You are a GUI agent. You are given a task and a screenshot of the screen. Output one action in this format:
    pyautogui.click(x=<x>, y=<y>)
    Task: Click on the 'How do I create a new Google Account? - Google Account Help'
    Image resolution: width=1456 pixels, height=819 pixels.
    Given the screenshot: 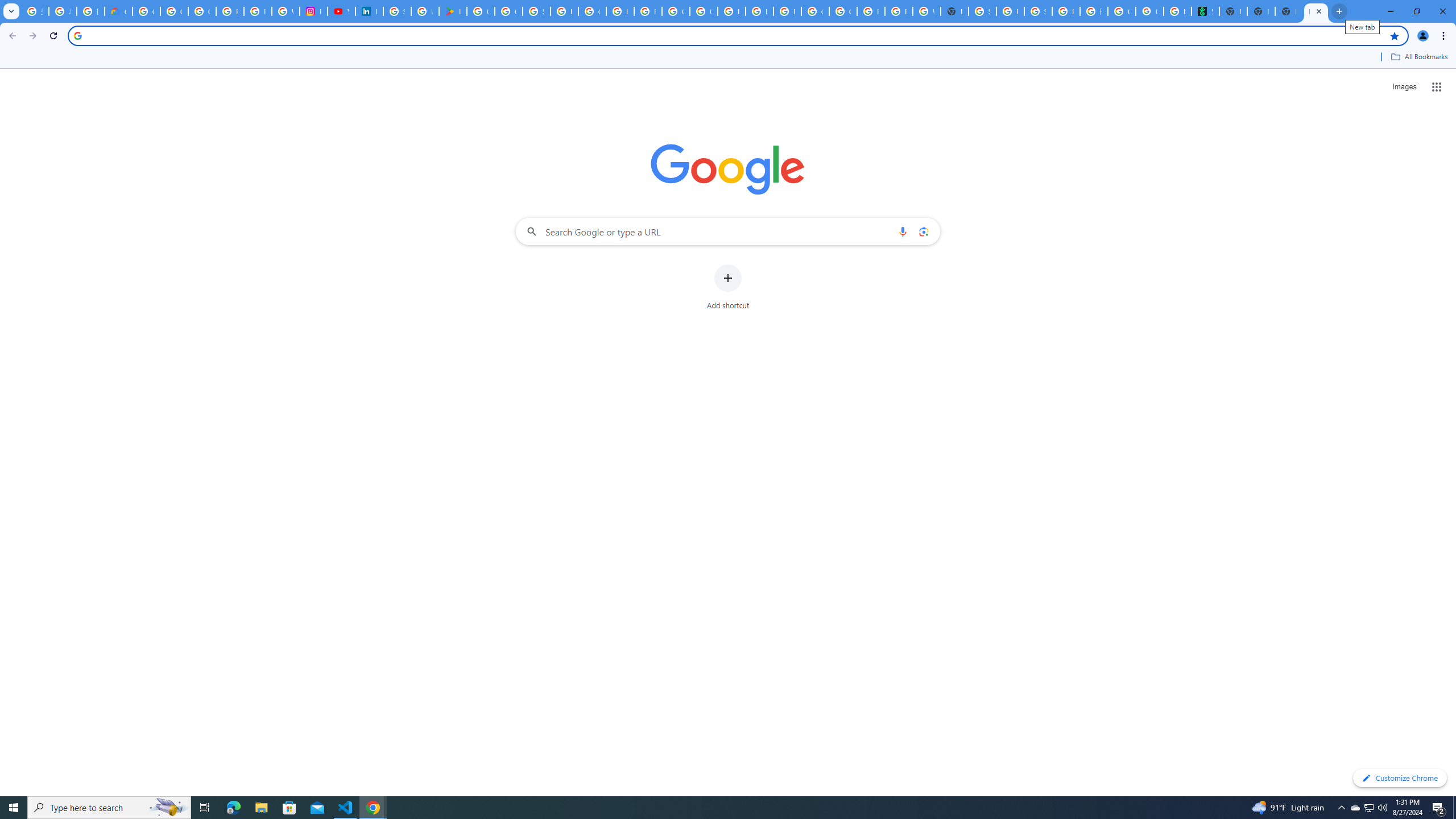 What is the action you would take?
    pyautogui.click(x=619, y=11)
    